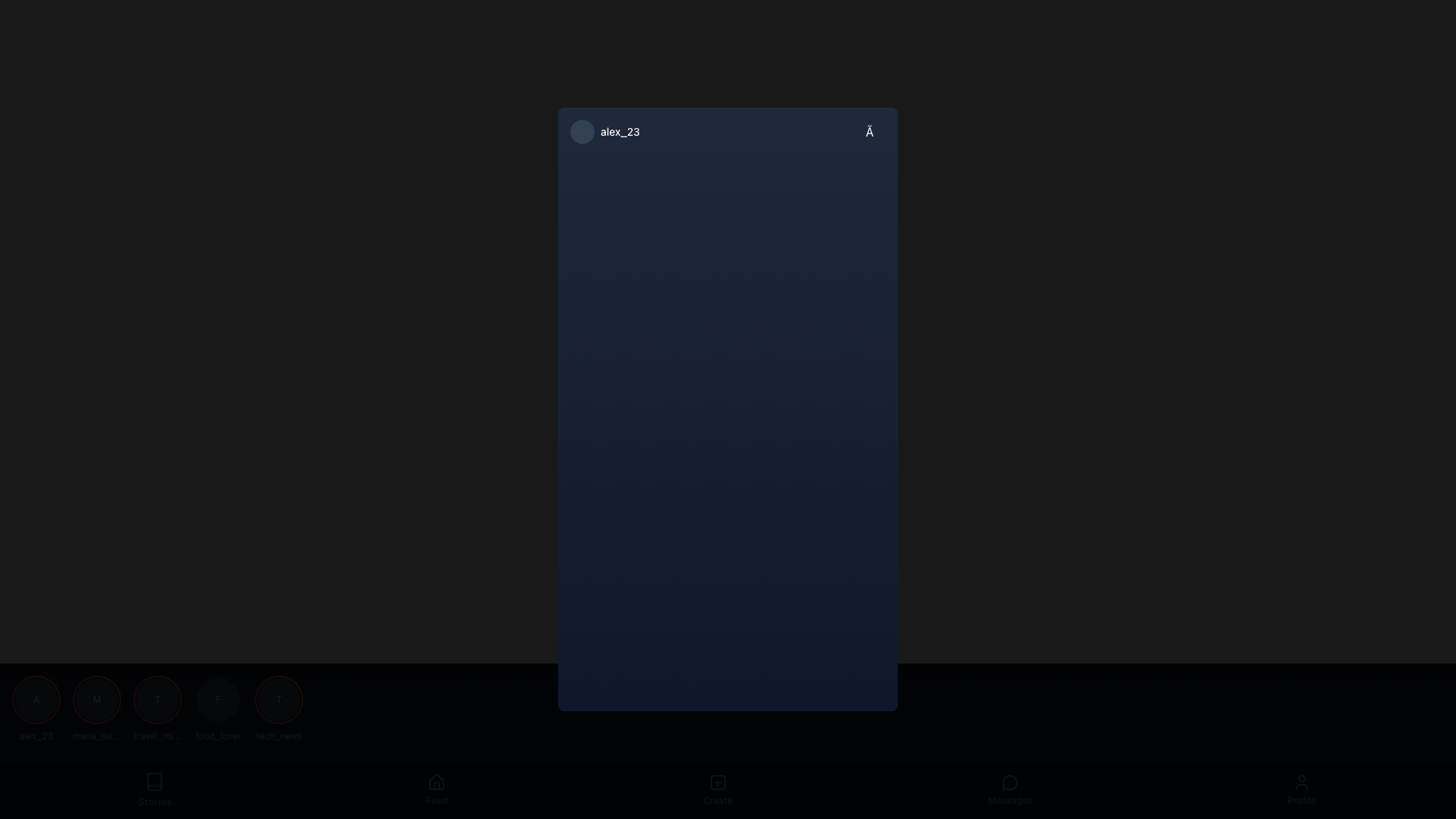 This screenshot has height=819, width=1456. I want to click on the clickable avatar labeled 'food_lover', which is the fourth item in a horizontally scrollable list, so click(218, 708).